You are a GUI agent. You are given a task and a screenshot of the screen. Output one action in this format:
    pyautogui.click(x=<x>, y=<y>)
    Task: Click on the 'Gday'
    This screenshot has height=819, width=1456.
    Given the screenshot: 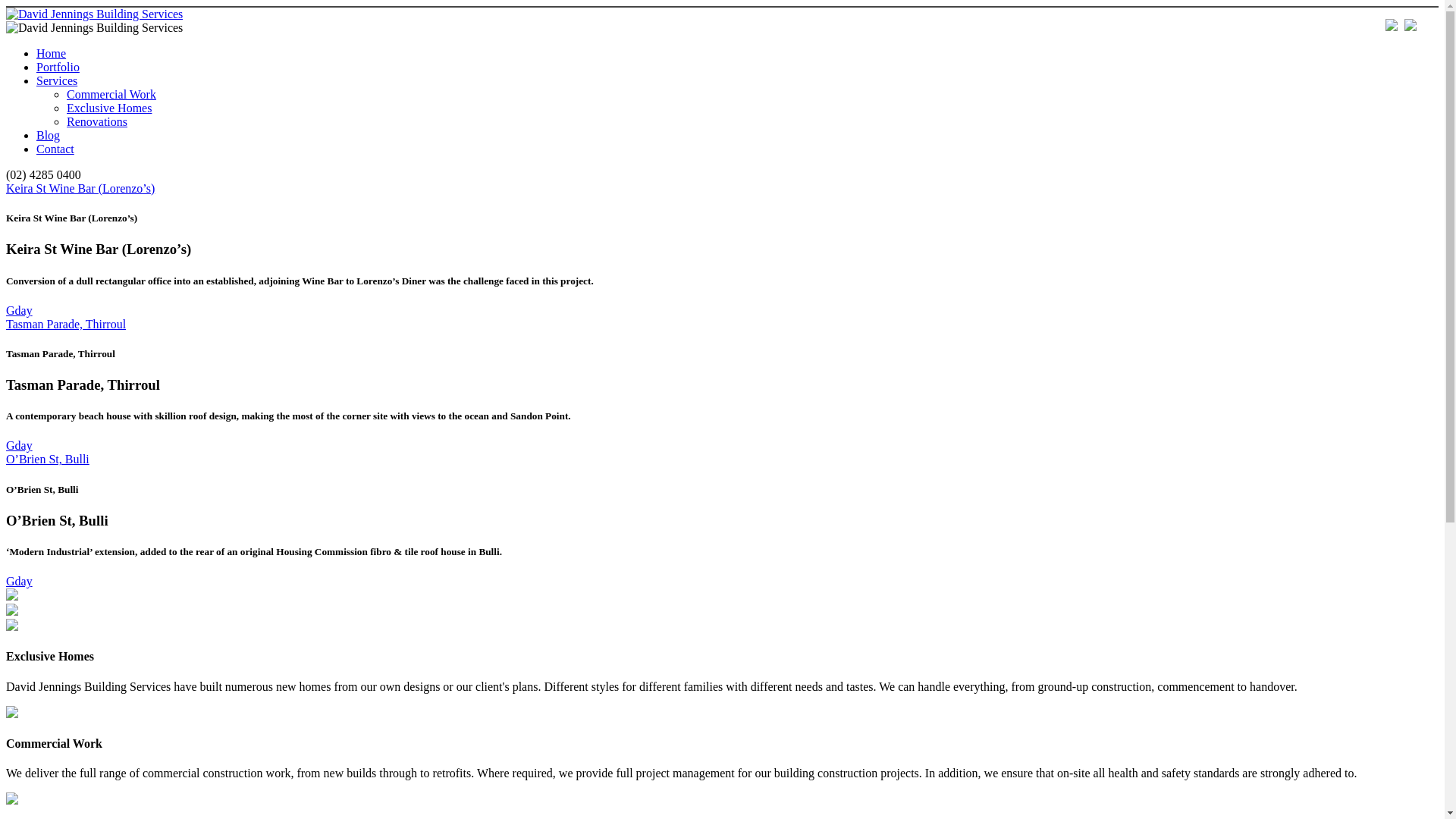 What is the action you would take?
    pyautogui.click(x=19, y=444)
    